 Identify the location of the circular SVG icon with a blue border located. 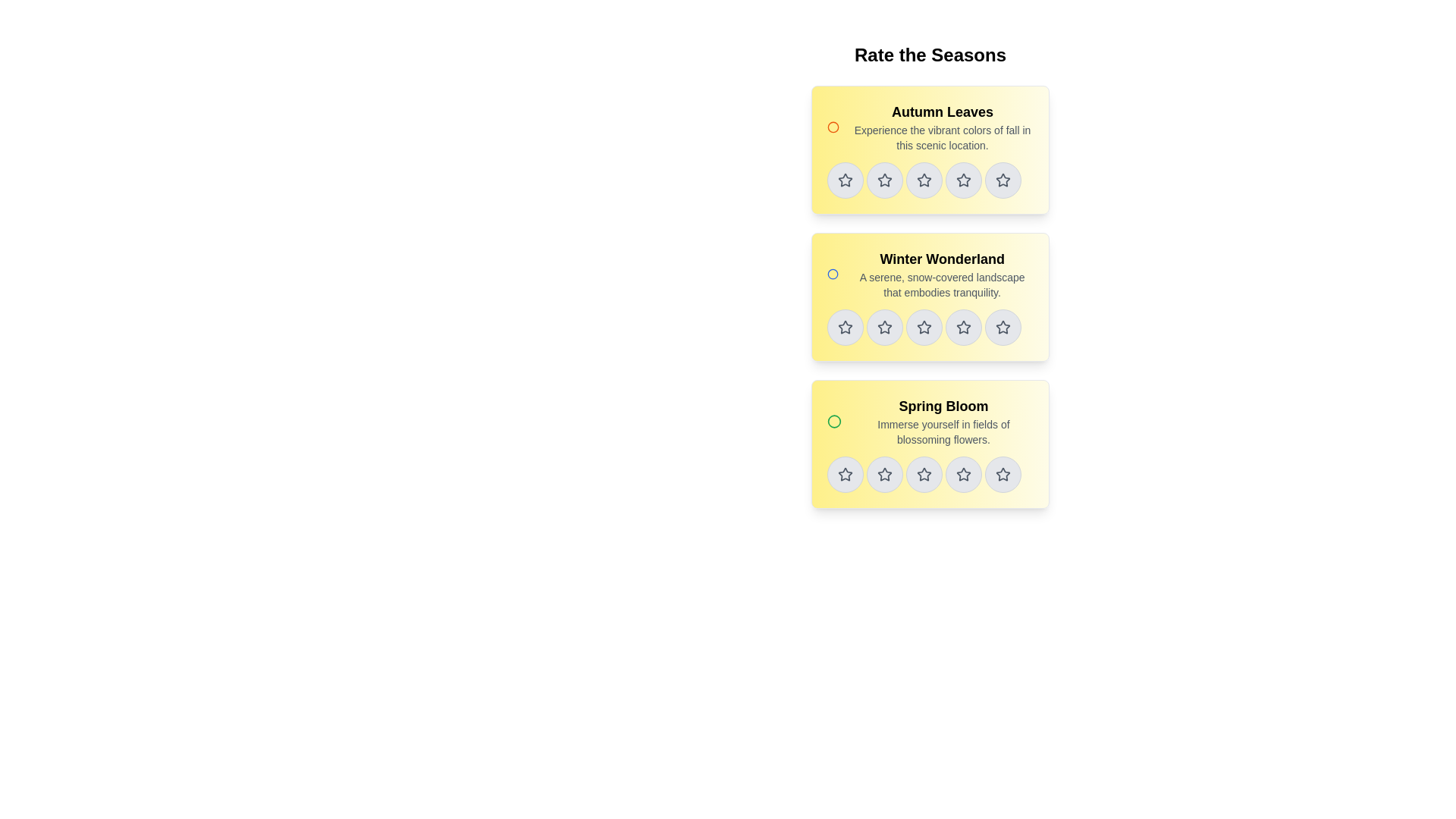
(832, 275).